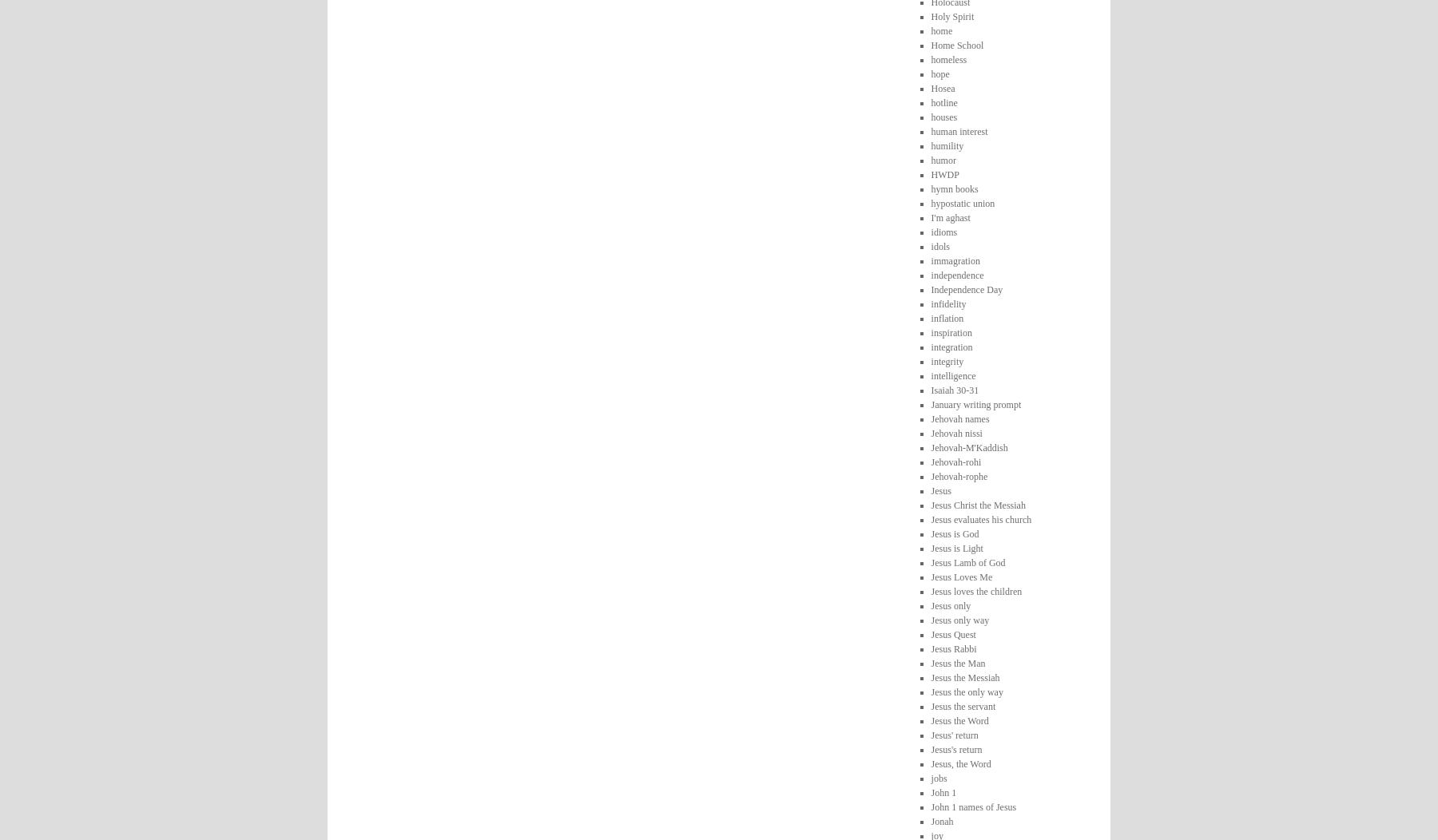 This screenshot has height=840, width=1438. What do you see at coordinates (959, 418) in the screenshot?
I see `'Jehovah names'` at bounding box center [959, 418].